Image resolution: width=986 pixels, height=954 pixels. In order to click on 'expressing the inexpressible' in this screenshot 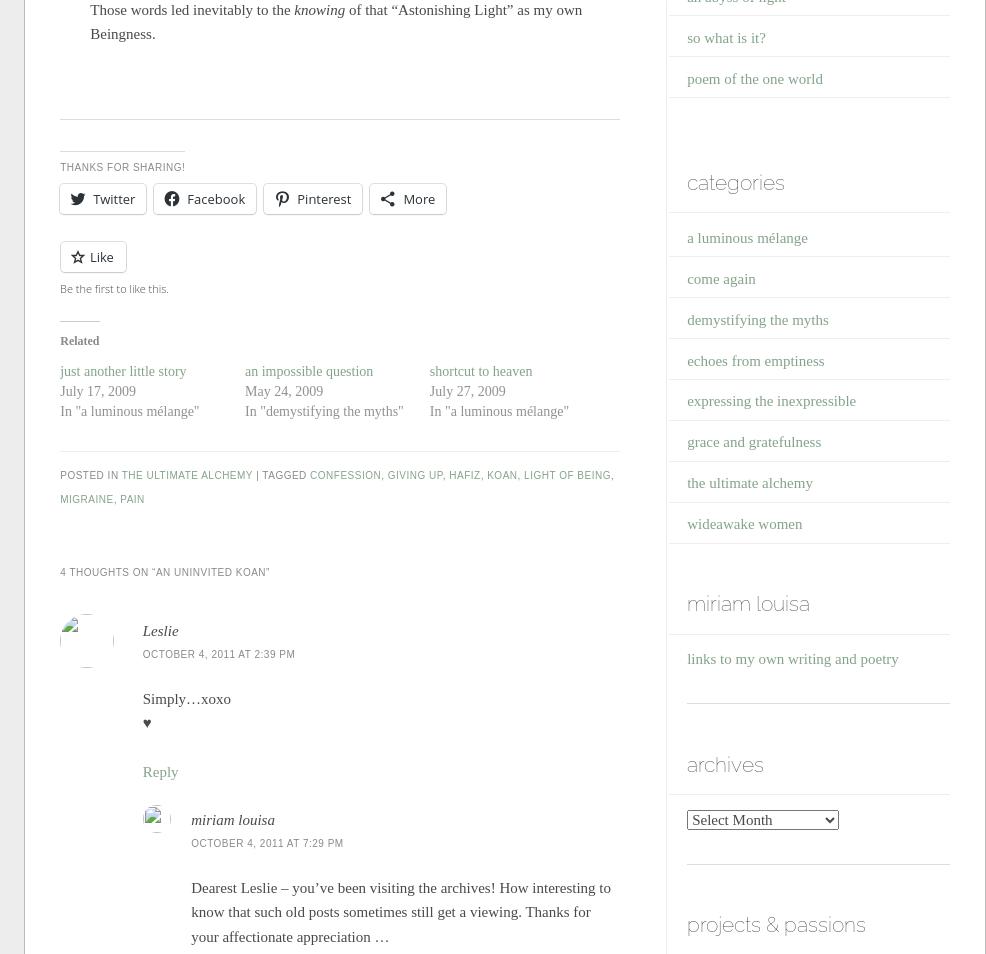, I will do `click(771, 400)`.